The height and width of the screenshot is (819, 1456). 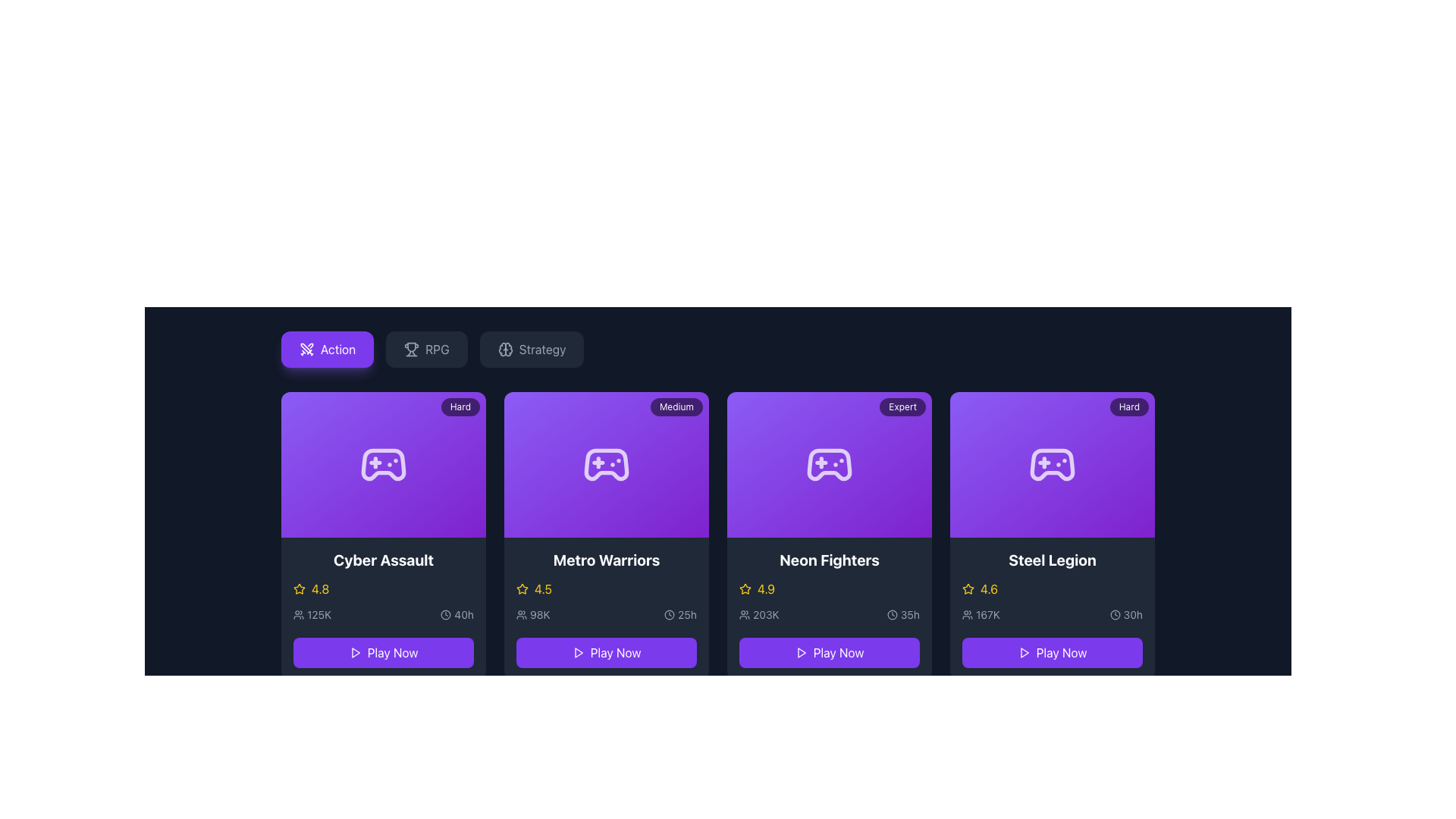 I want to click on the clock icon next to the '35h' text within the 'Neon Fighters' card located in the bottom-right corner, so click(x=892, y=614).